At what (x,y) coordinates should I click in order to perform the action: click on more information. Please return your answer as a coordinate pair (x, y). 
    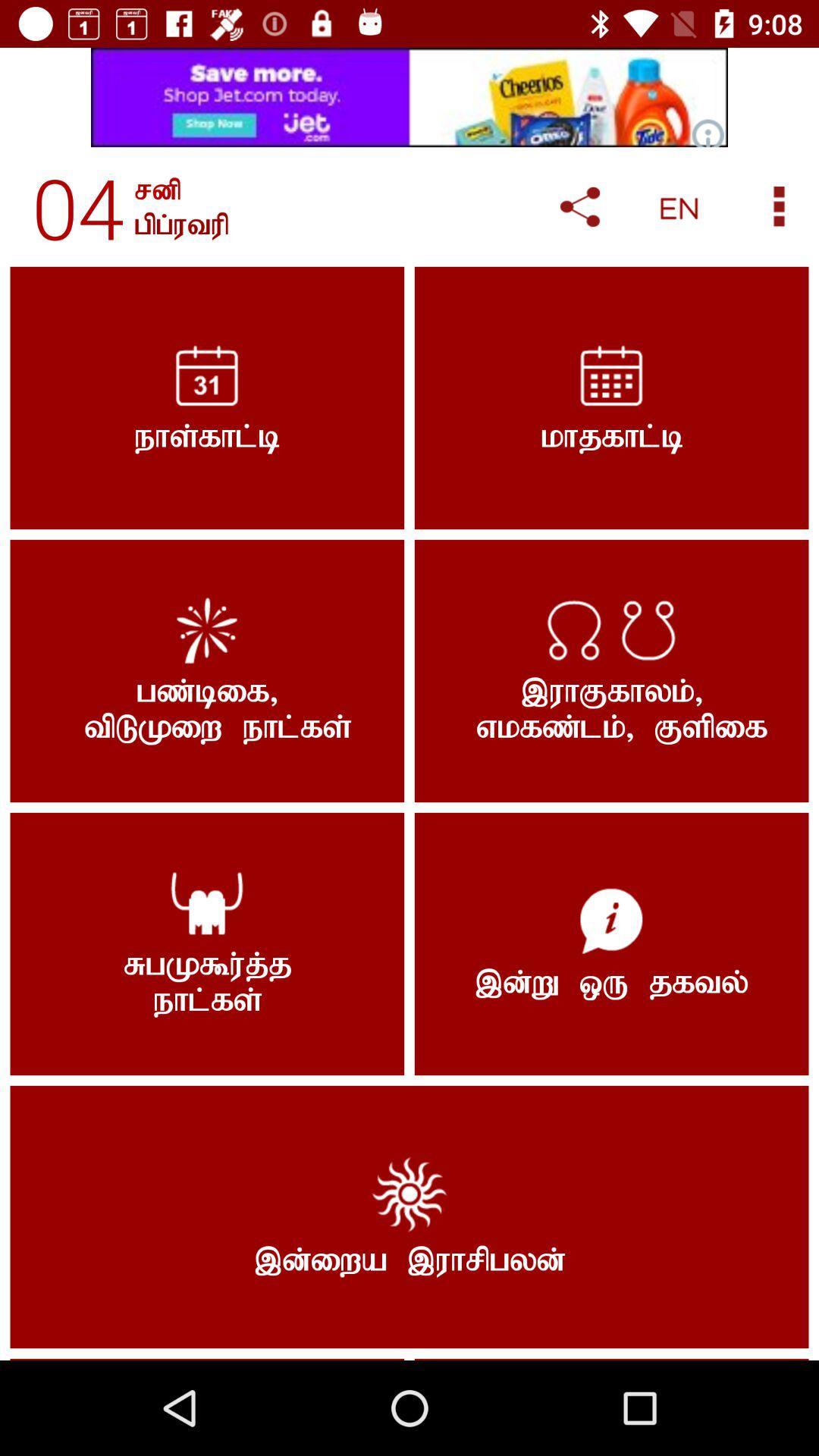
    Looking at the image, I should click on (779, 206).